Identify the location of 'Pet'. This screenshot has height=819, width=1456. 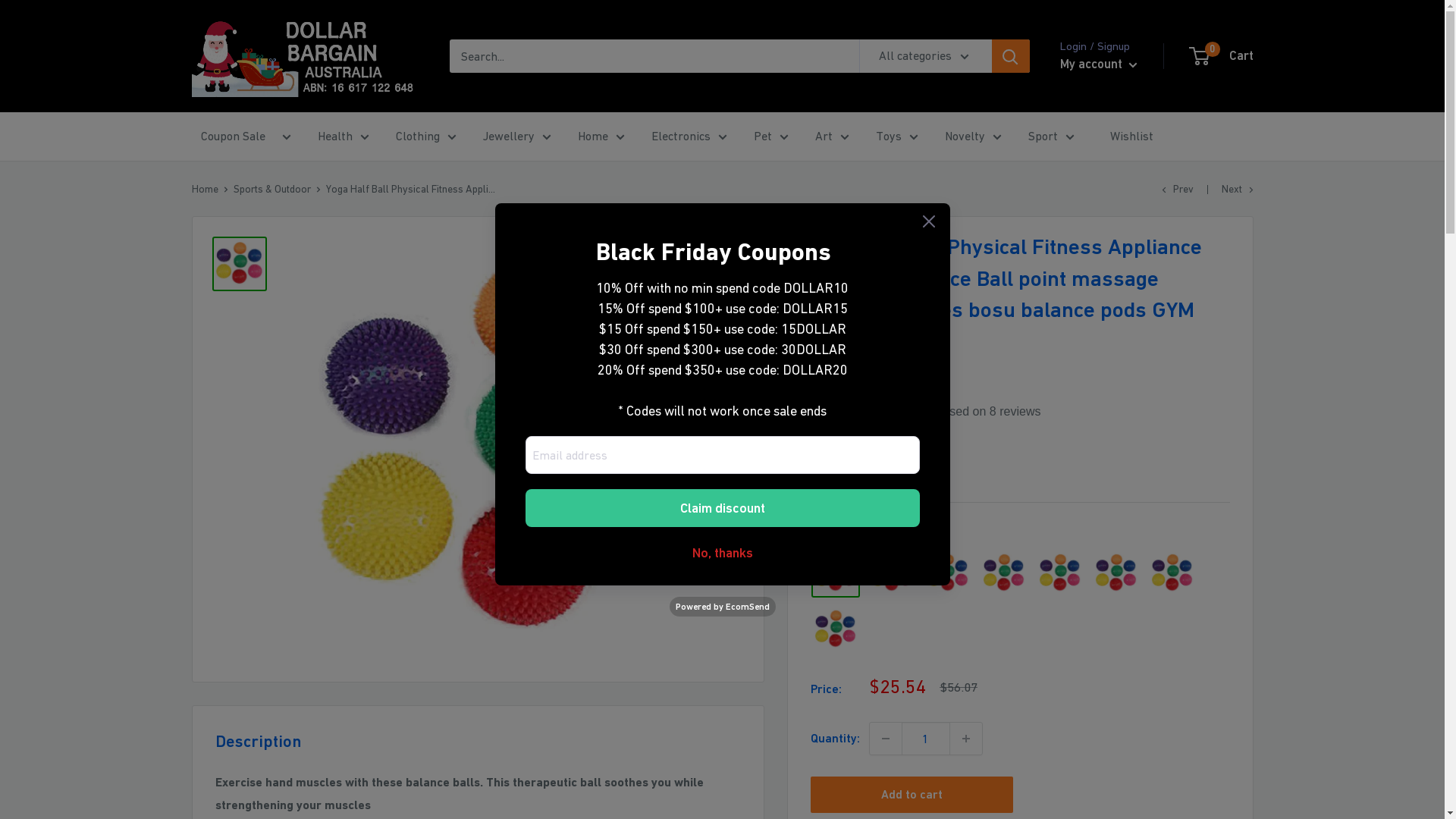
(771, 136).